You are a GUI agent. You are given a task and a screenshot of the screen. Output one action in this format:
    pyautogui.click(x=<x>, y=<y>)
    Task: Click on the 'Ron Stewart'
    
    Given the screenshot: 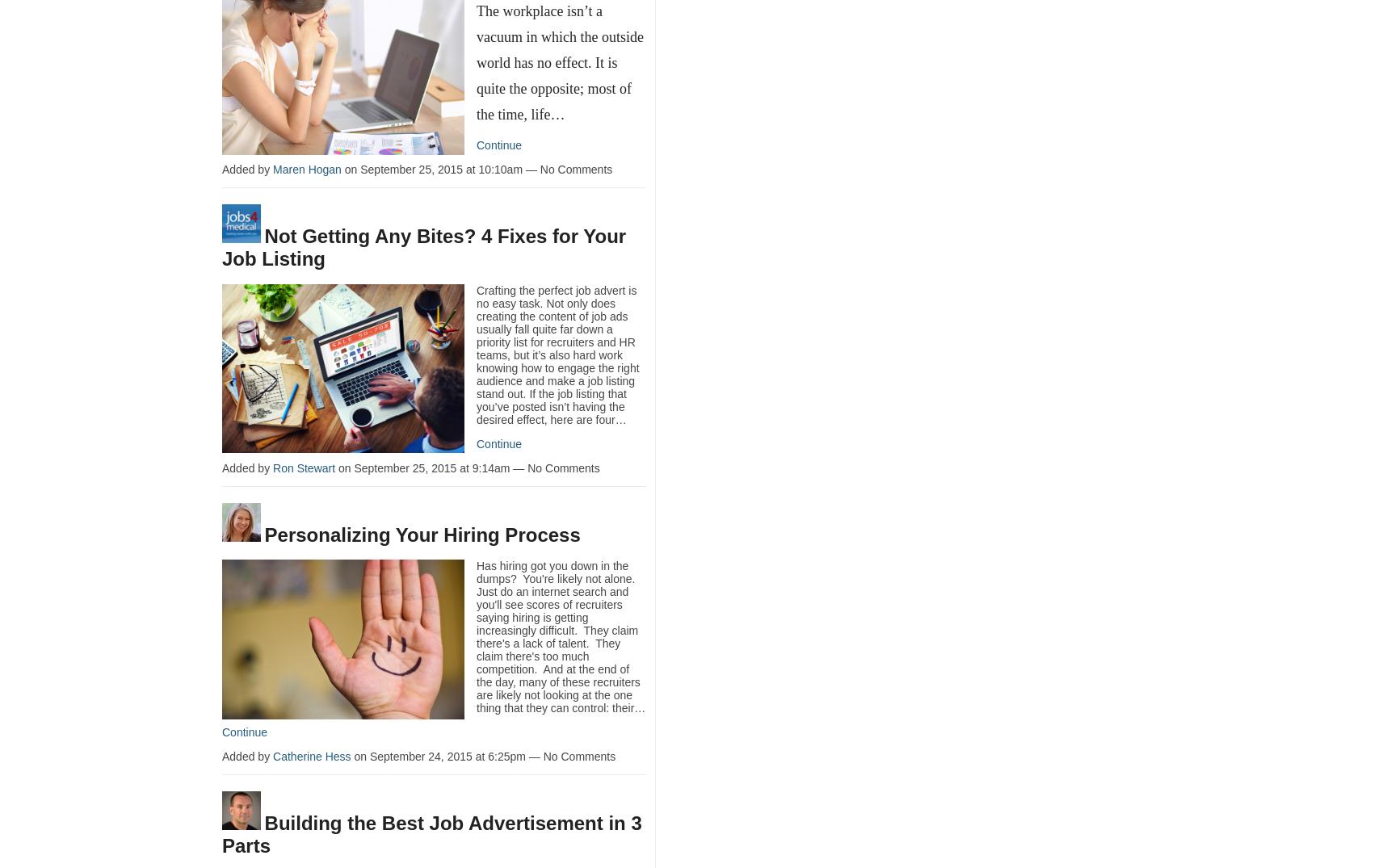 What is the action you would take?
    pyautogui.click(x=272, y=467)
    